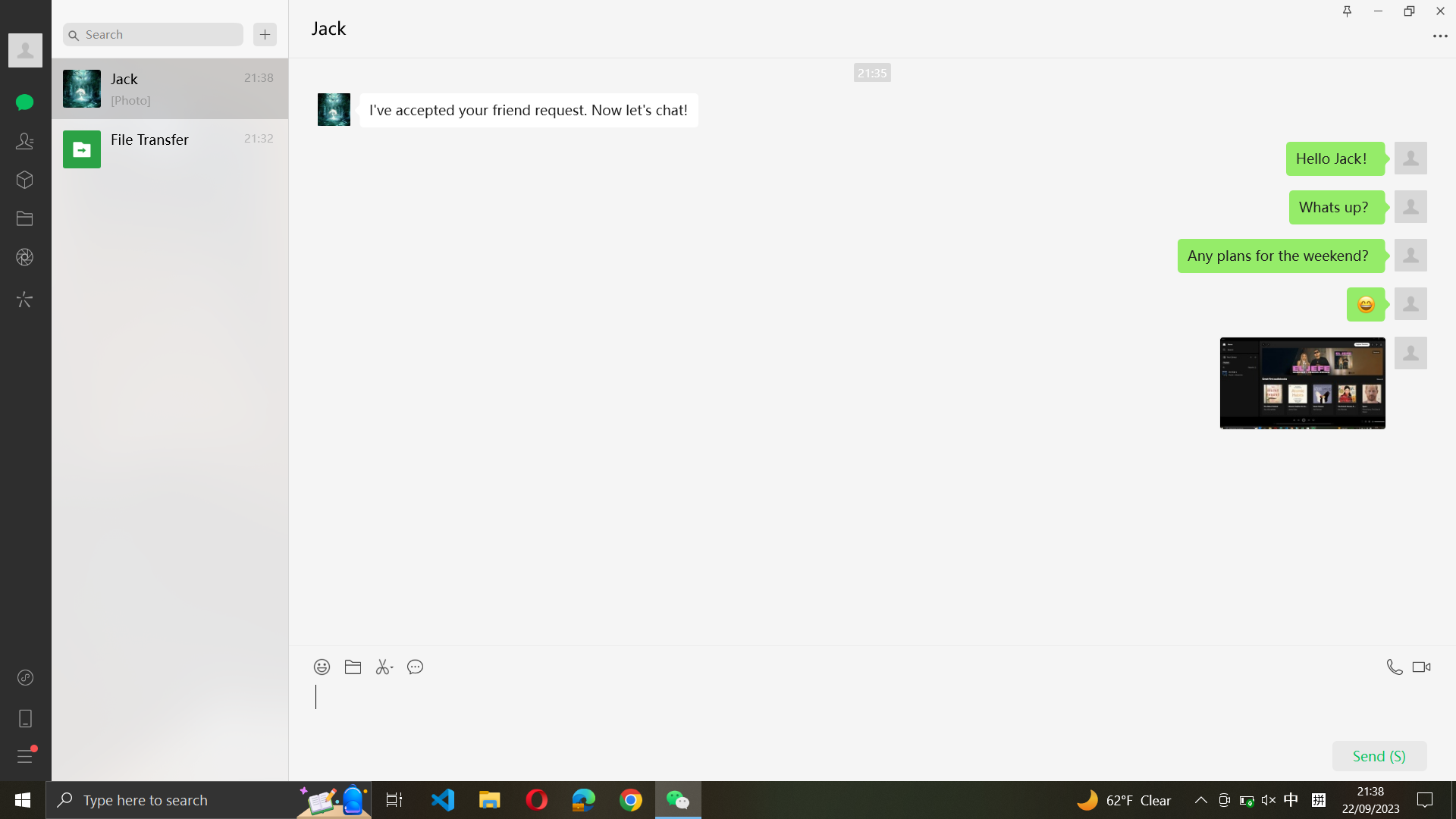  Describe the element at coordinates (872, 353) in the screenshot. I see `Go up in the dialog box of your chat with Jack` at that location.